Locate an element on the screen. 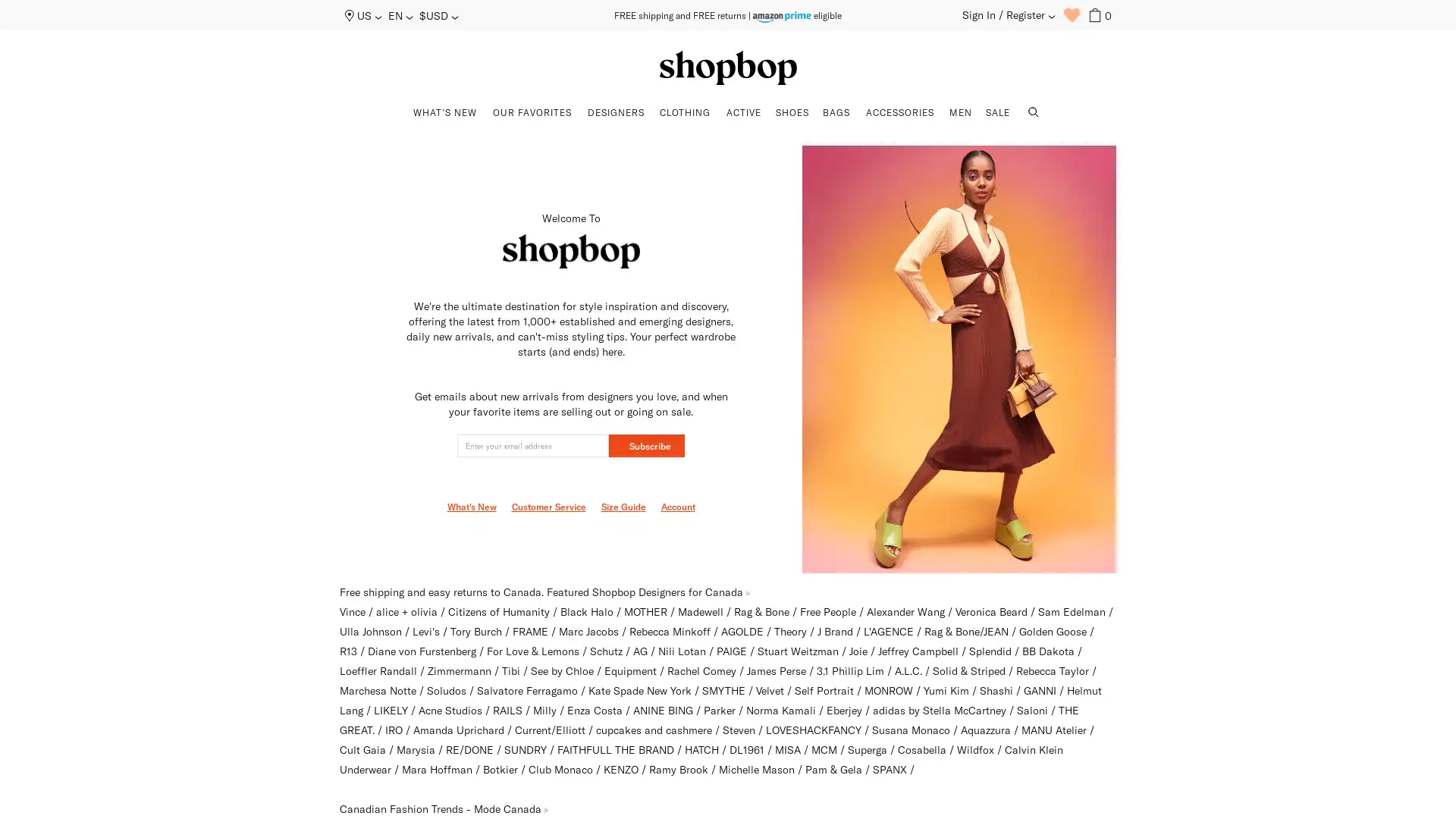  Search. is located at coordinates (1033, 113).